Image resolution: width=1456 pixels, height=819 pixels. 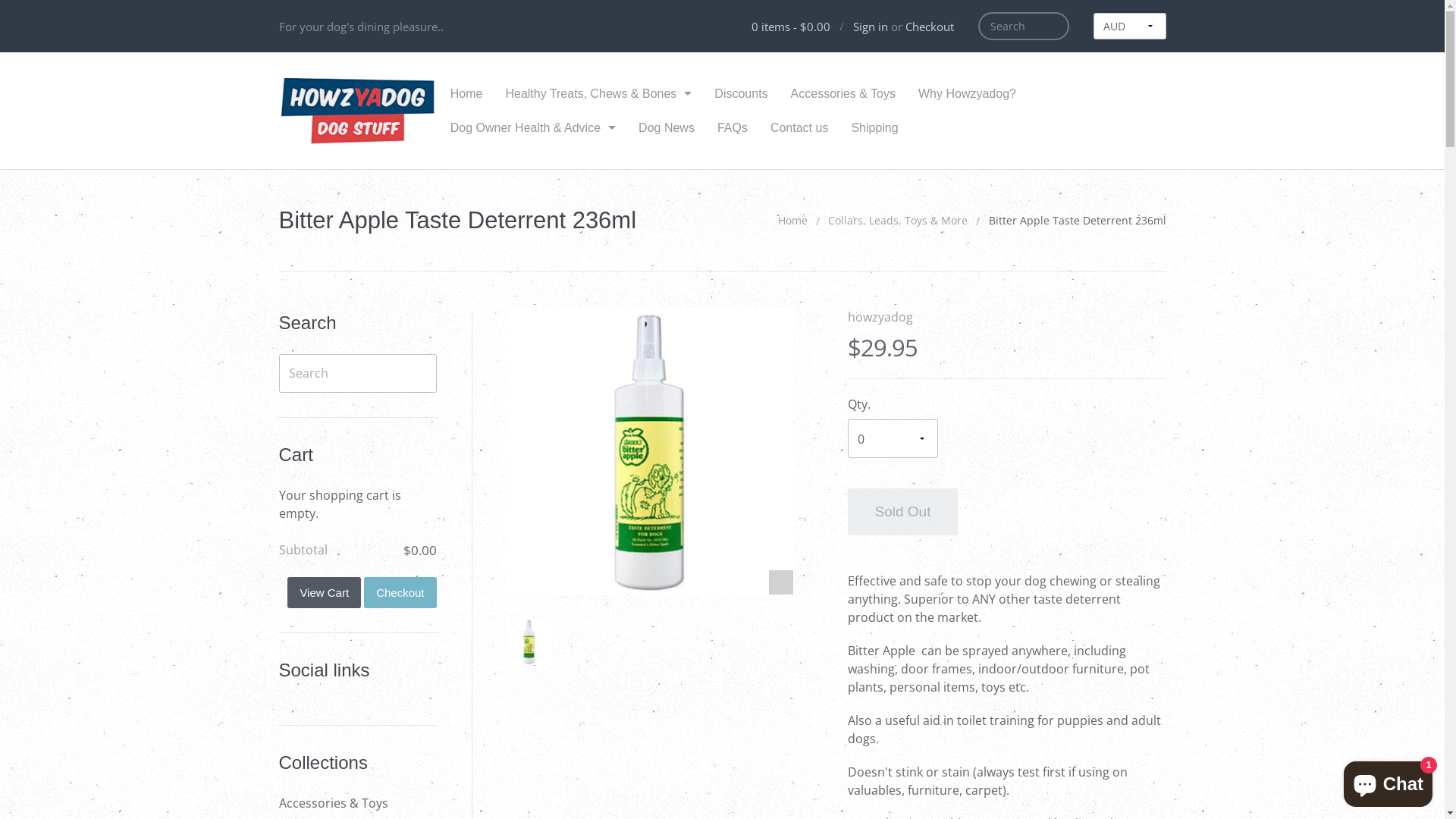 I want to click on 'Accessories & Toys', so click(x=356, y=802).